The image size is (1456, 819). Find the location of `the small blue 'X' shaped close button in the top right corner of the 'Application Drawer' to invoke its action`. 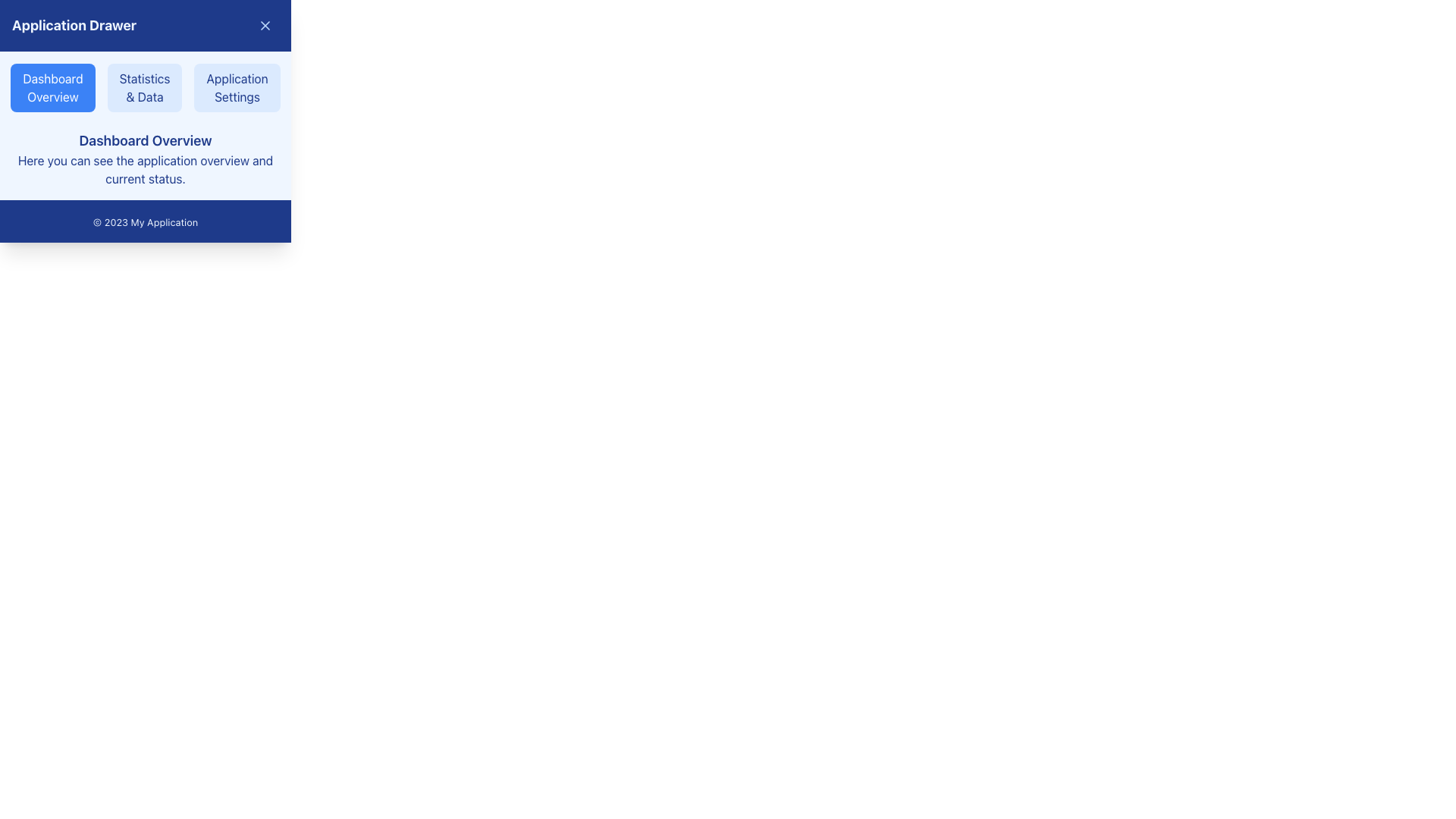

the small blue 'X' shaped close button in the top right corner of the 'Application Drawer' to invoke its action is located at coordinates (265, 26).